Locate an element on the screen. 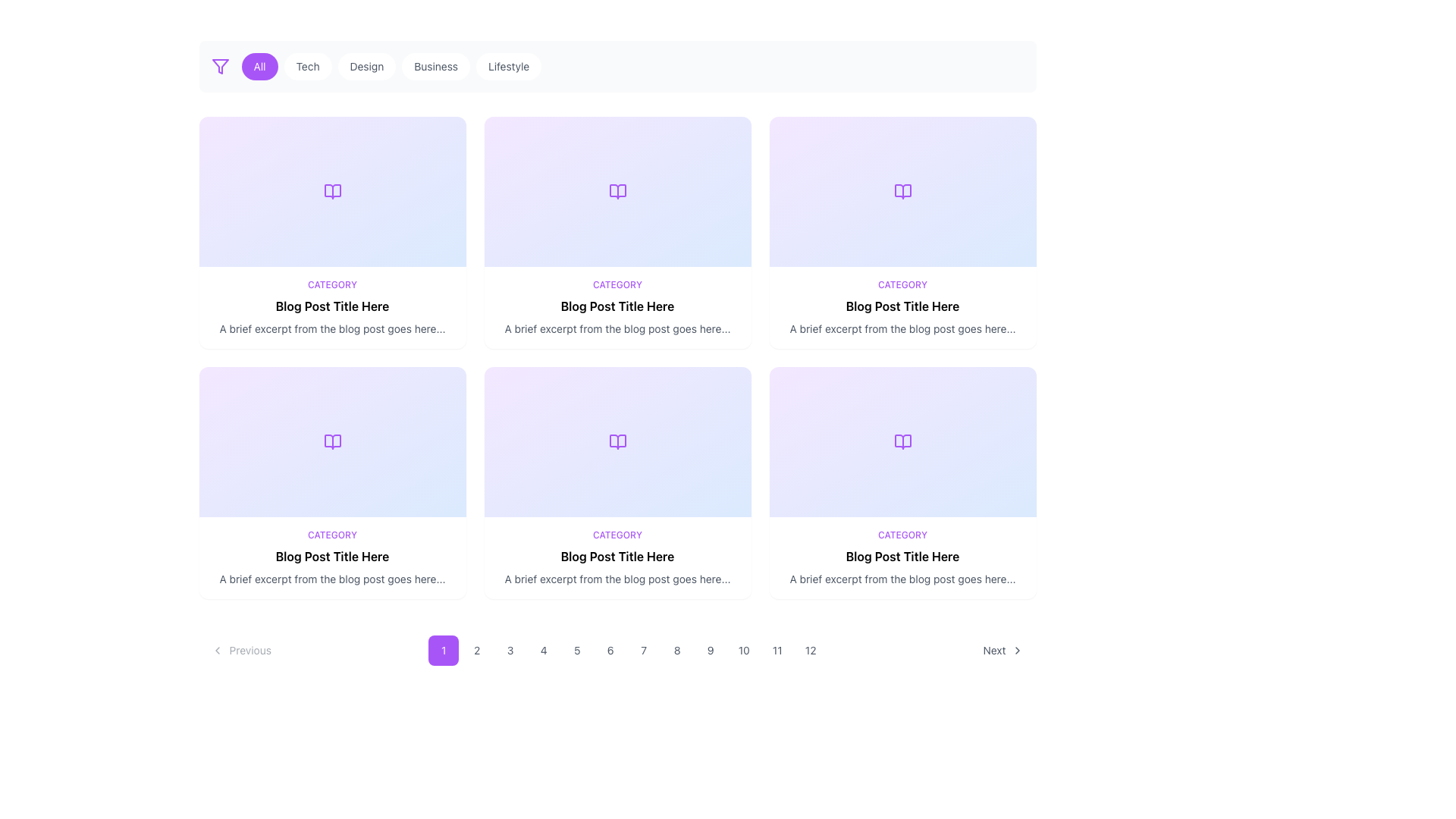  the Content preview card located in the second row and fourth column of the grid layout is located at coordinates (902, 558).